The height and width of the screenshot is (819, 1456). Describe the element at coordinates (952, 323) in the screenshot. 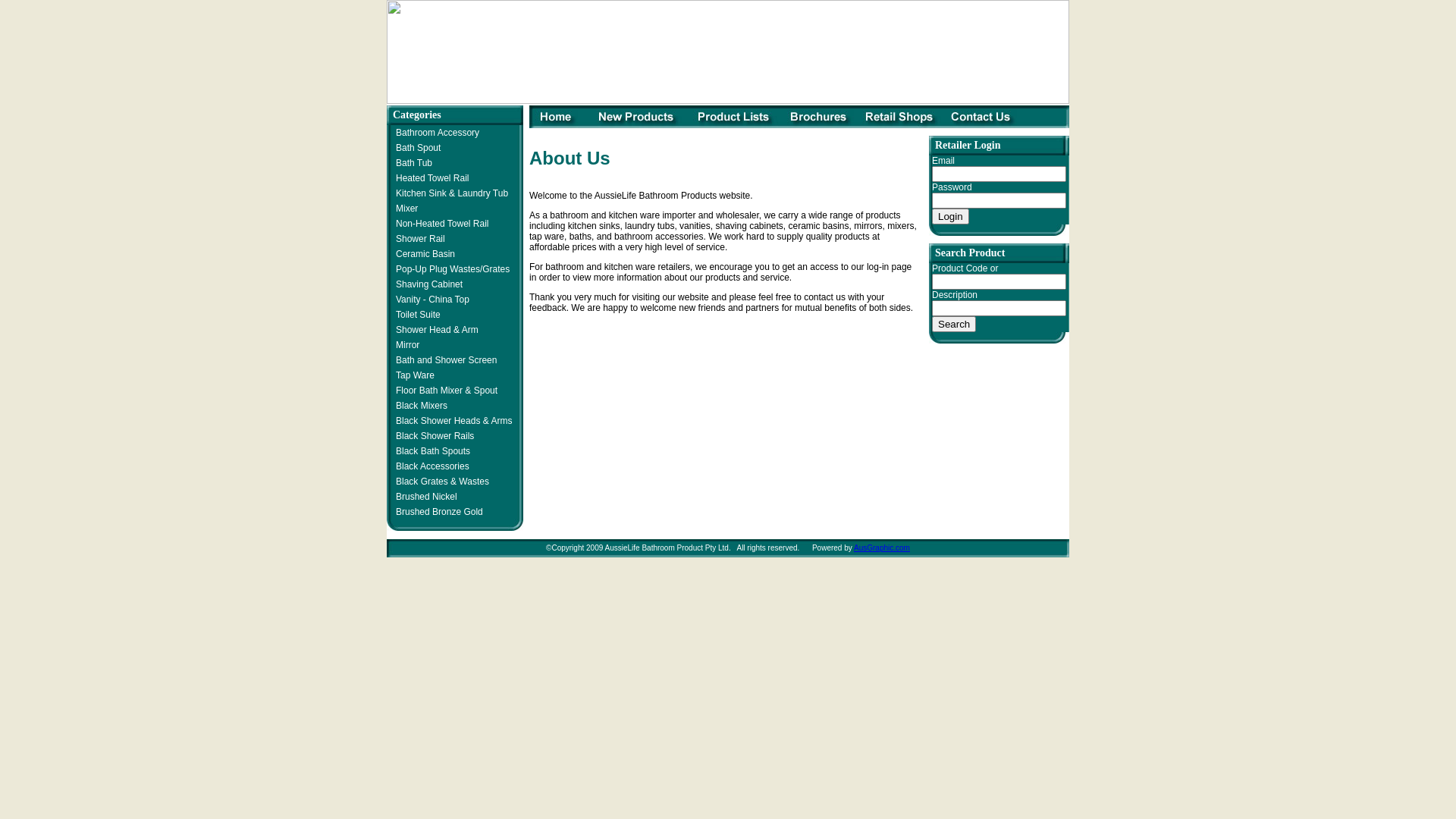

I see `'Search'` at that location.